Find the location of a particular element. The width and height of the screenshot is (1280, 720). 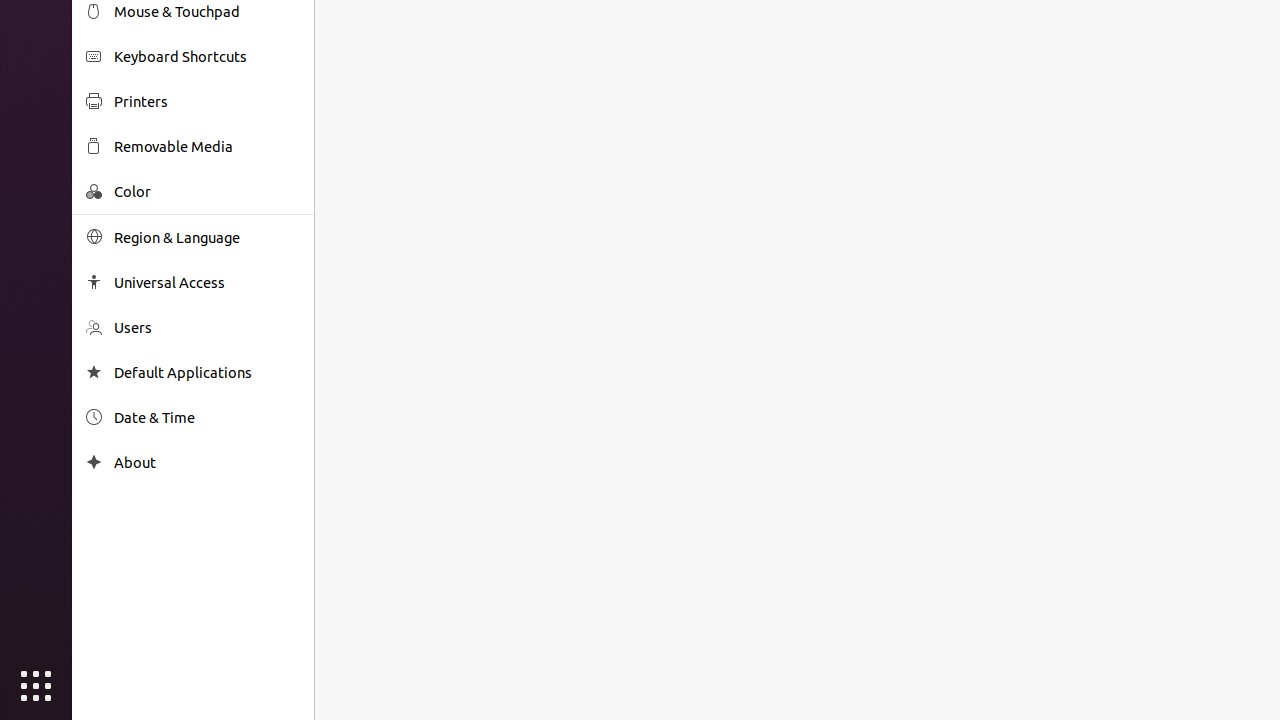

'Date & Time' is located at coordinates (206, 416).